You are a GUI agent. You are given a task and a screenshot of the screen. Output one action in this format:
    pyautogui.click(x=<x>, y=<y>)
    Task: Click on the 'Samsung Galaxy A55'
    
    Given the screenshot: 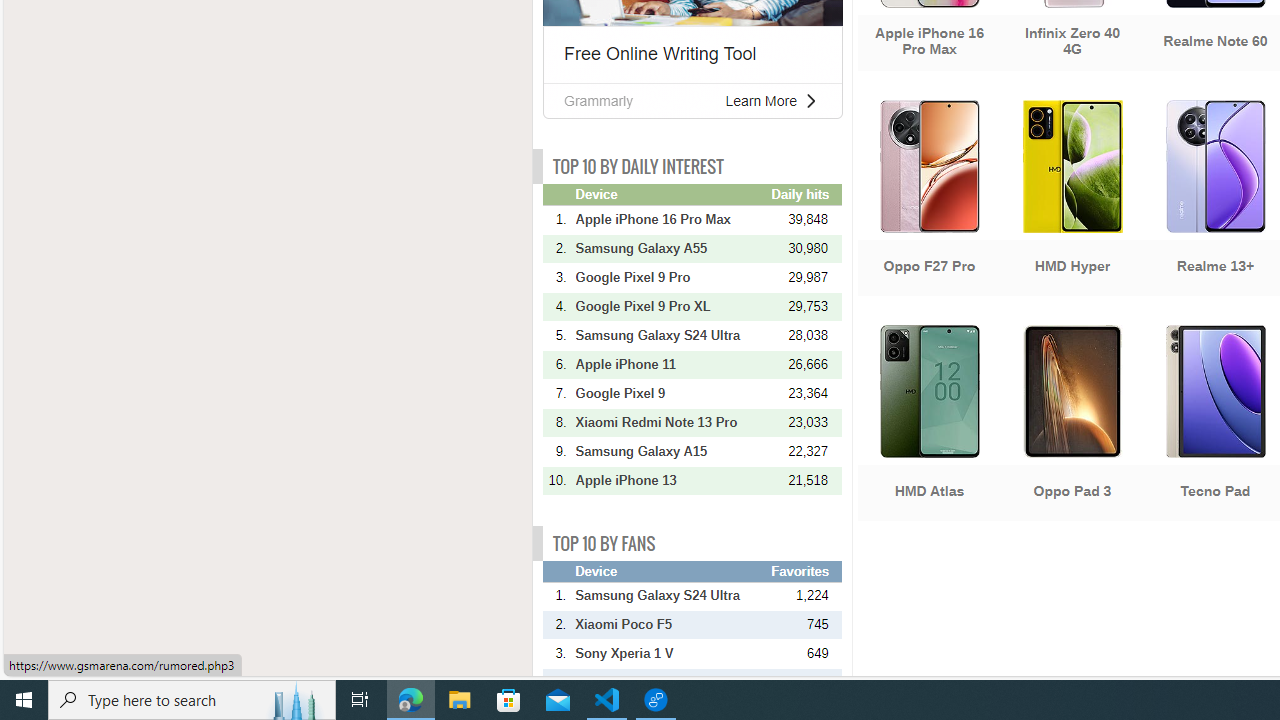 What is the action you would take?
    pyautogui.click(x=671, y=247)
    